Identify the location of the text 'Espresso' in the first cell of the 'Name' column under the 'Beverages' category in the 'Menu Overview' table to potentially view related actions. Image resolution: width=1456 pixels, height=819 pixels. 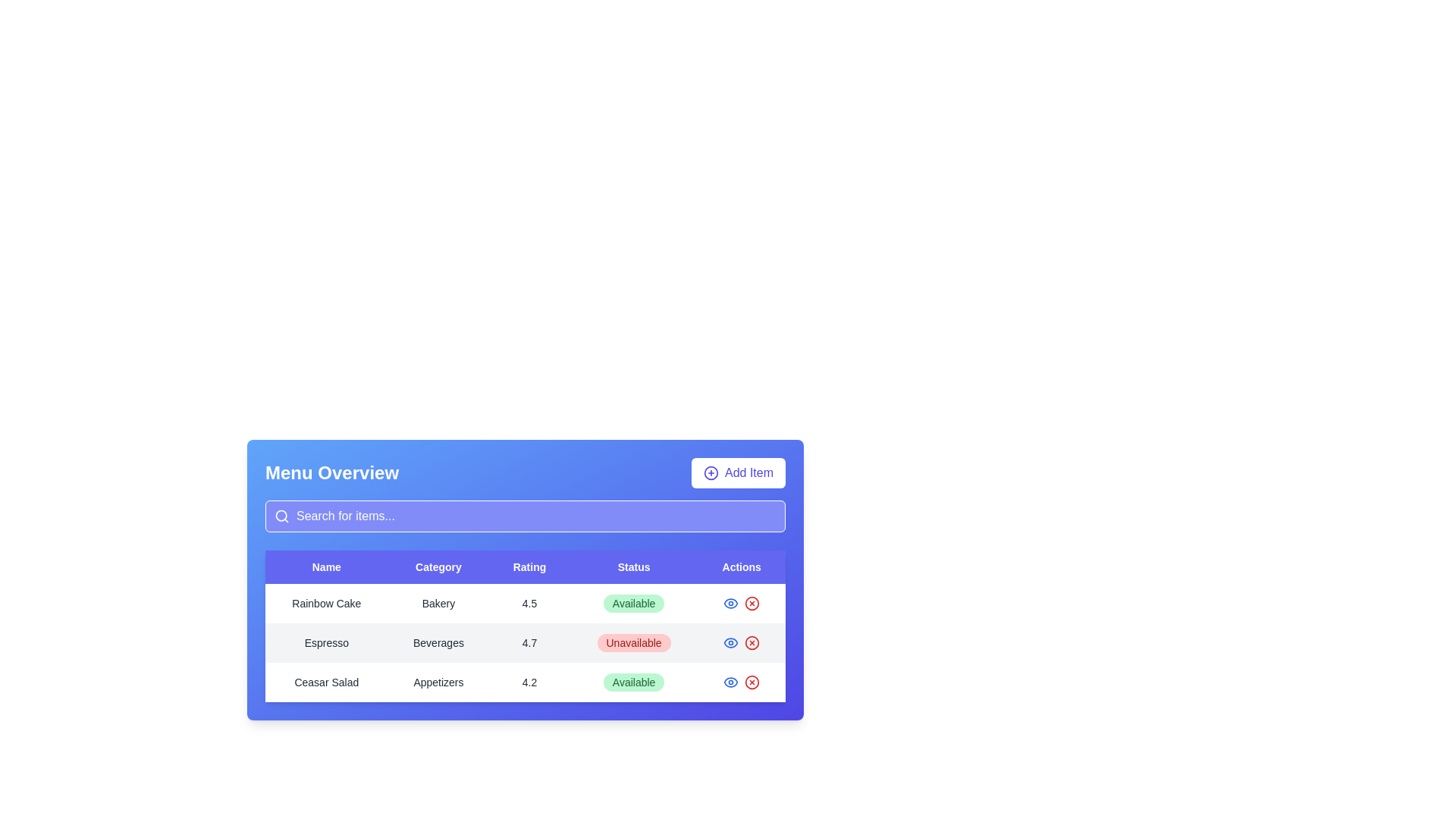
(325, 643).